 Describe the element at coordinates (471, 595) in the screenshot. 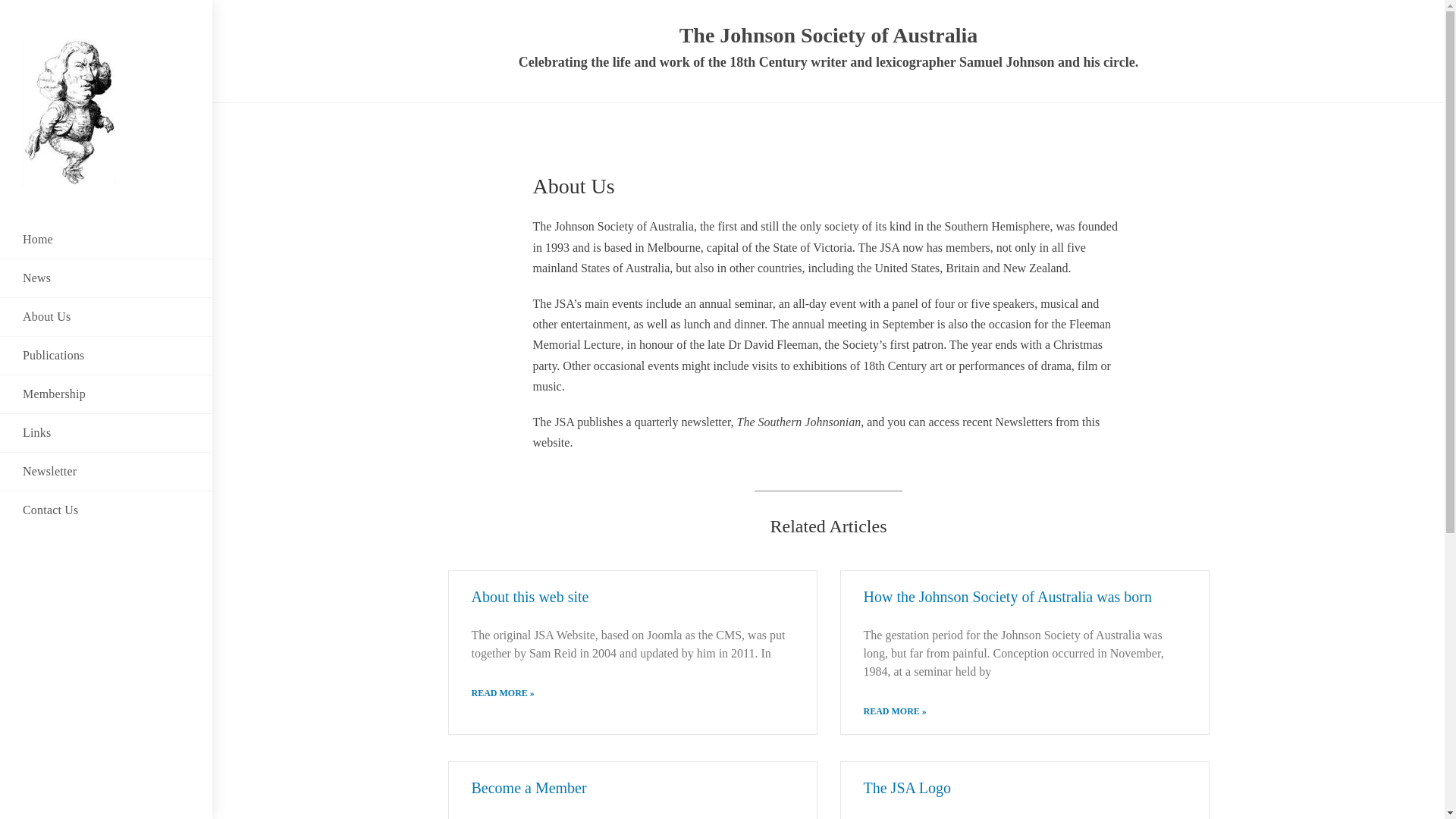

I see `'About this web site'` at that location.